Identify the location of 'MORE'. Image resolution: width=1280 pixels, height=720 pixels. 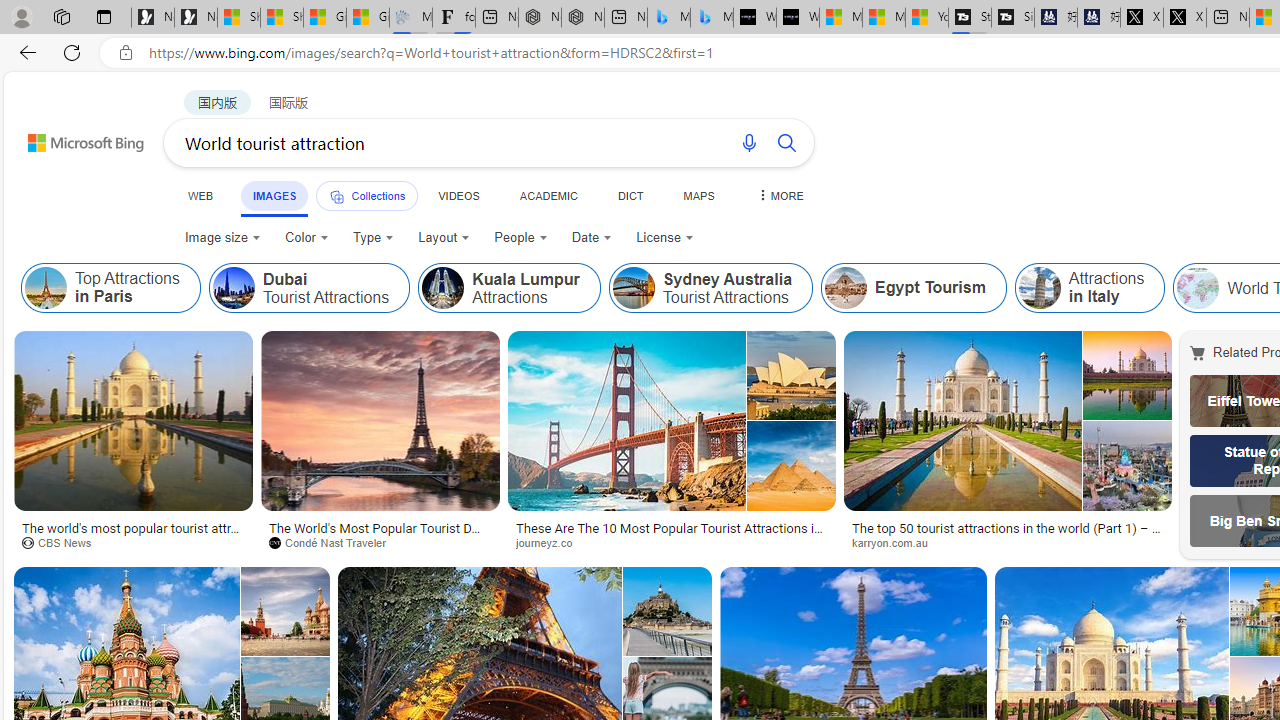
(778, 195).